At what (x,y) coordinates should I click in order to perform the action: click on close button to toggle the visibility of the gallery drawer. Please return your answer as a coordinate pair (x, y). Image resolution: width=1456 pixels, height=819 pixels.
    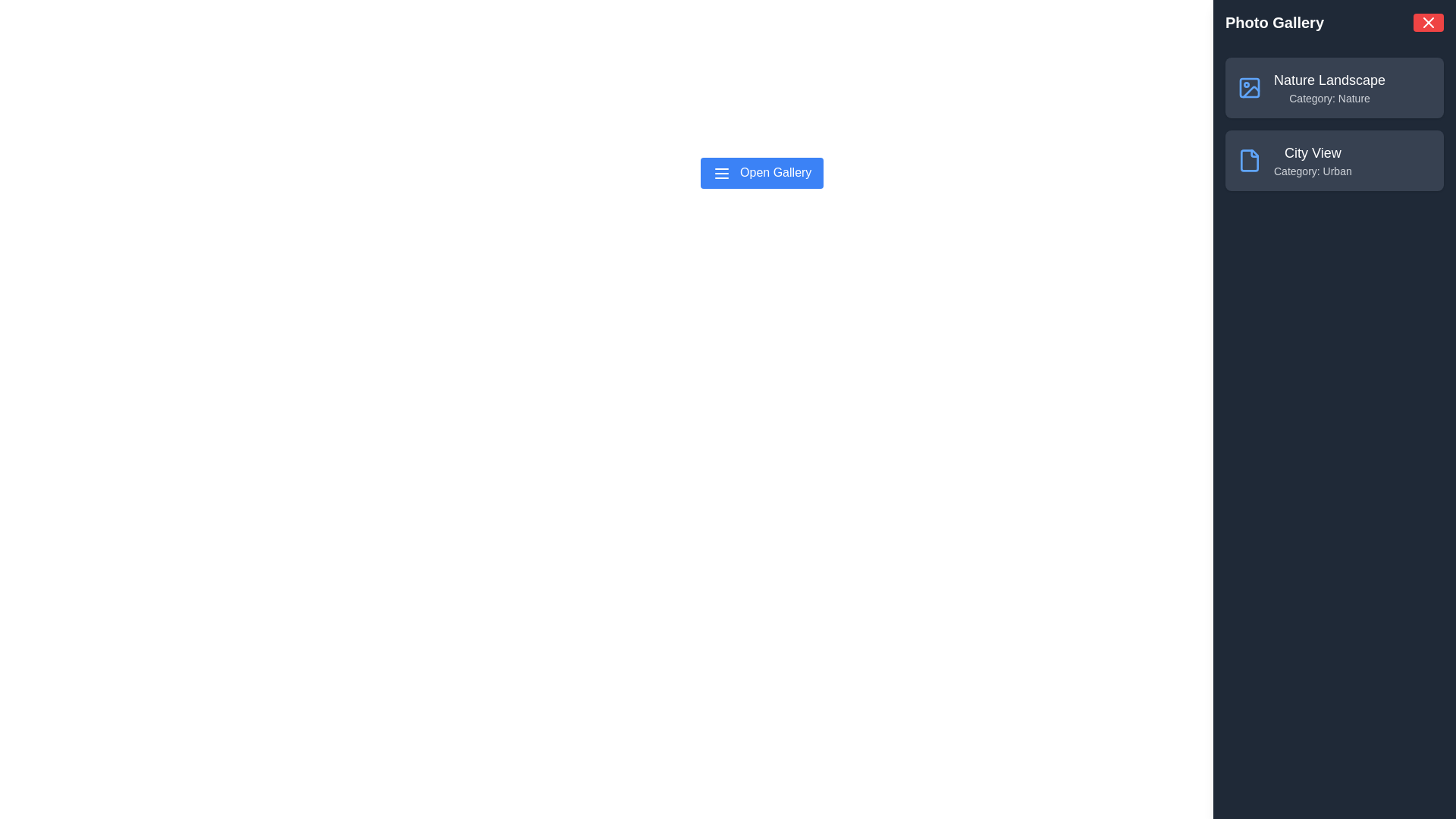
    Looking at the image, I should click on (1427, 23).